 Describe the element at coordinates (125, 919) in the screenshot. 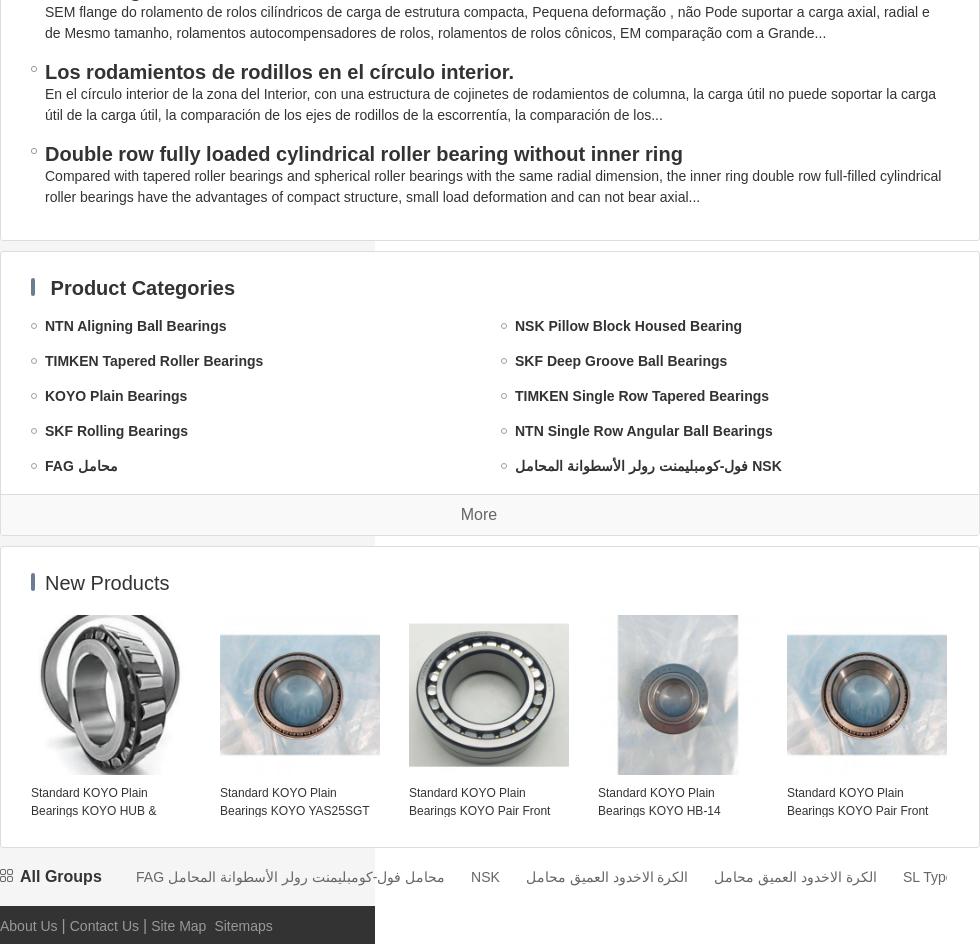

I see `'Runcing Roller bantalan'` at that location.